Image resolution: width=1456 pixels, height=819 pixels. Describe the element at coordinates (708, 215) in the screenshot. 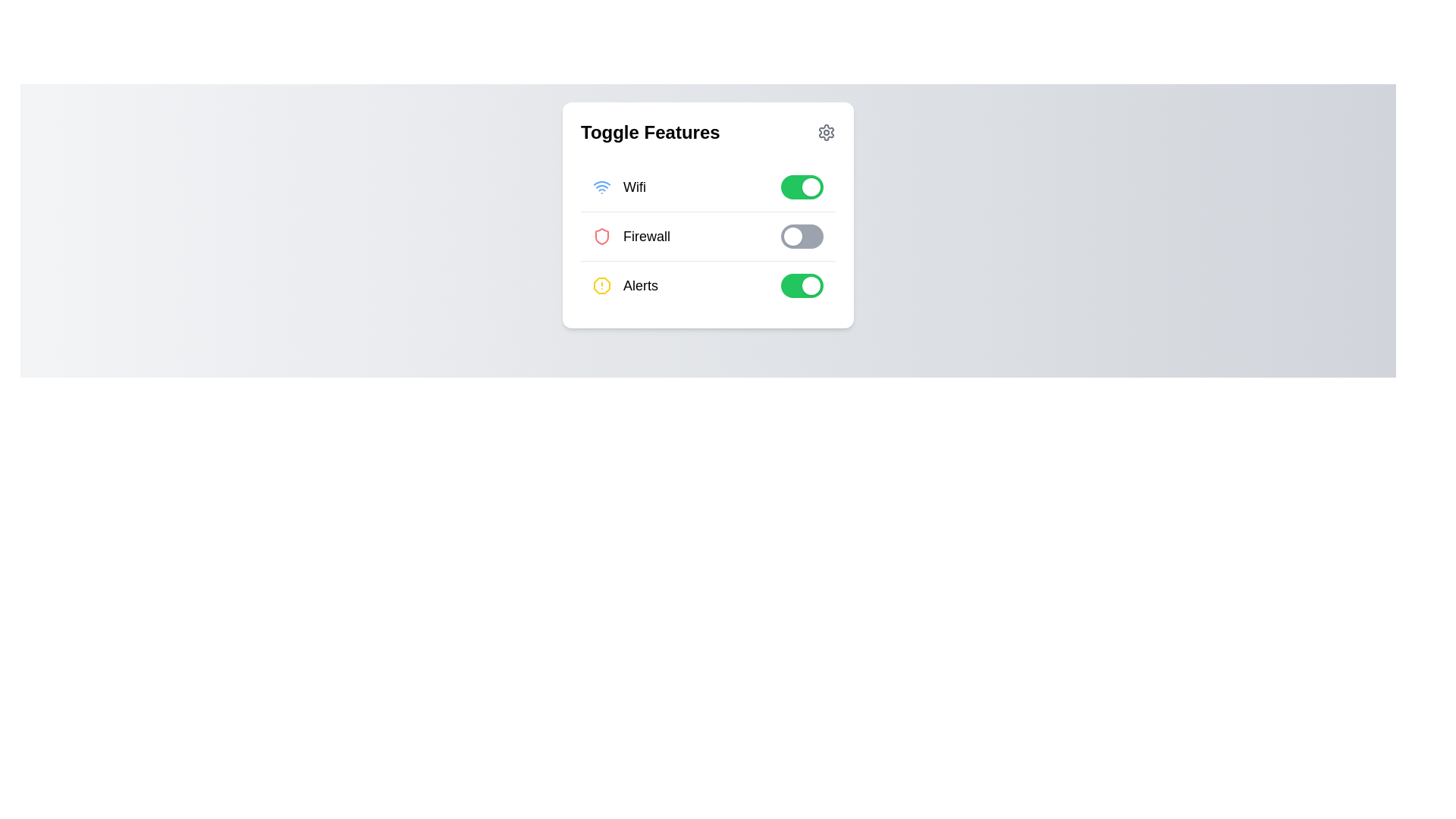

I see `the toggle switch on the Interactive control panel` at that location.